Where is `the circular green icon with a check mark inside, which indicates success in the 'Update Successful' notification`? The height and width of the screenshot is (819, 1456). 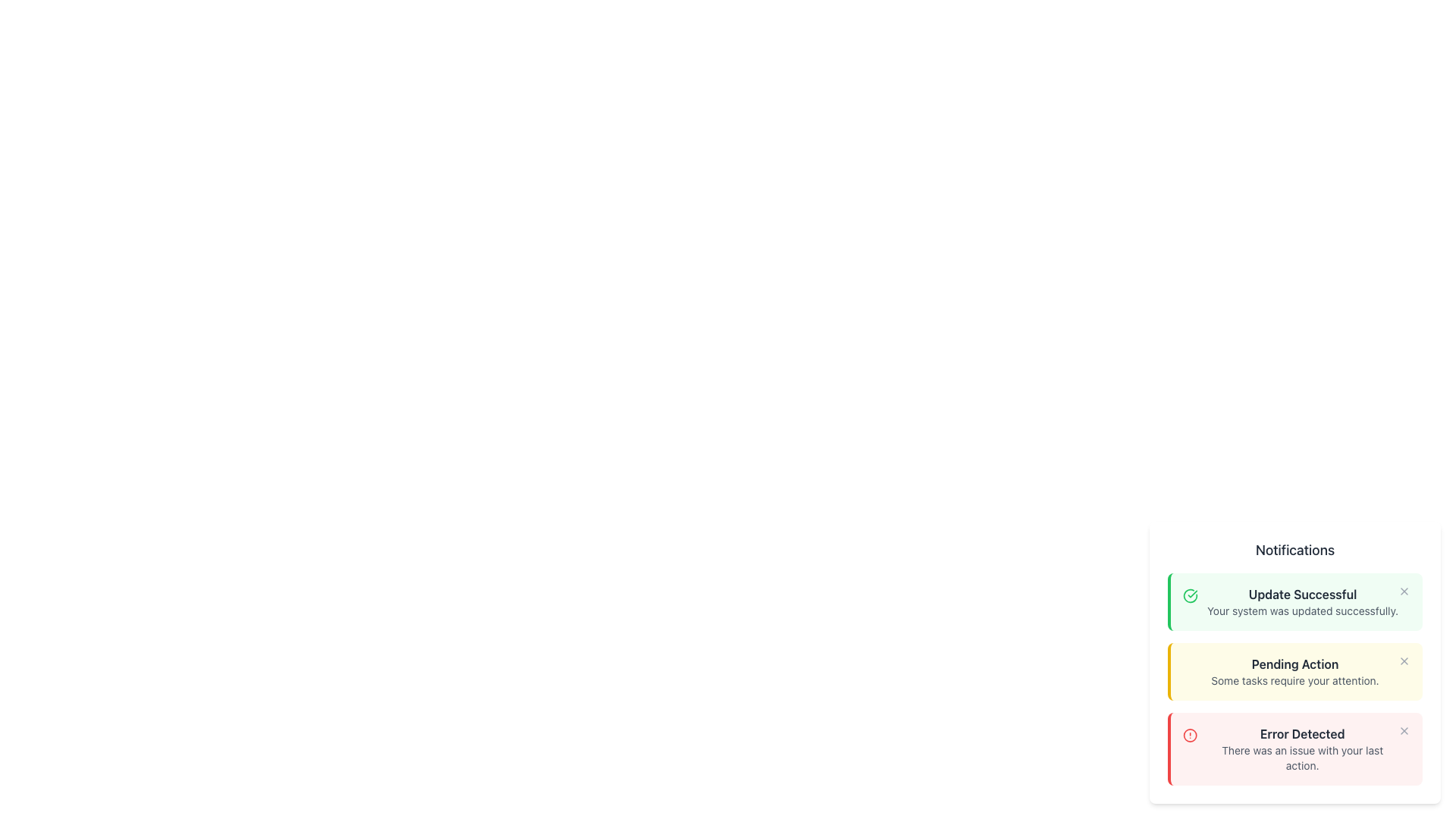
the circular green icon with a check mark inside, which indicates success in the 'Update Successful' notification is located at coordinates (1189, 595).